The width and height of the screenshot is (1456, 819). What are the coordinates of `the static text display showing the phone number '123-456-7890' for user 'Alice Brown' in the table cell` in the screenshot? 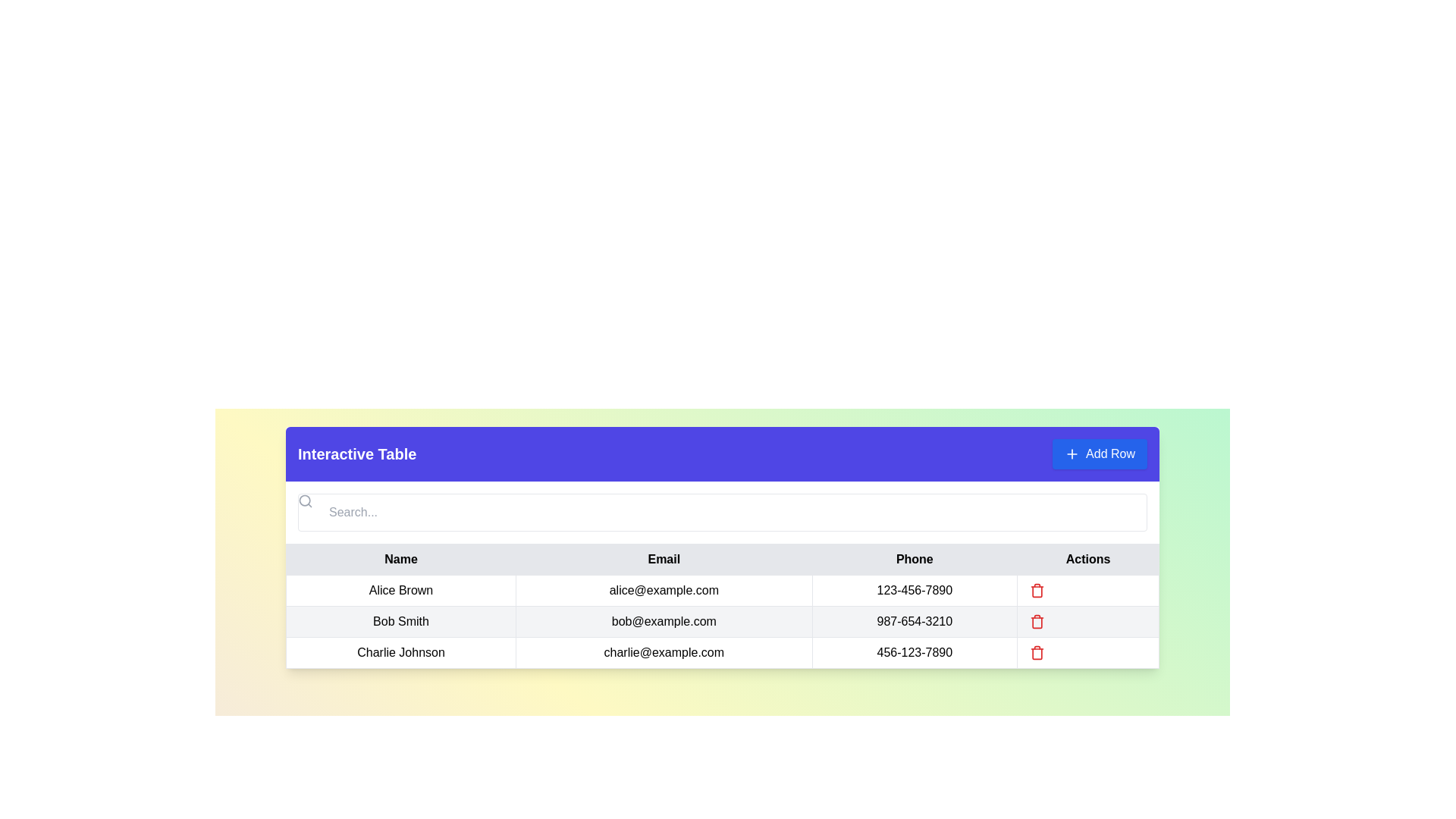 It's located at (914, 590).